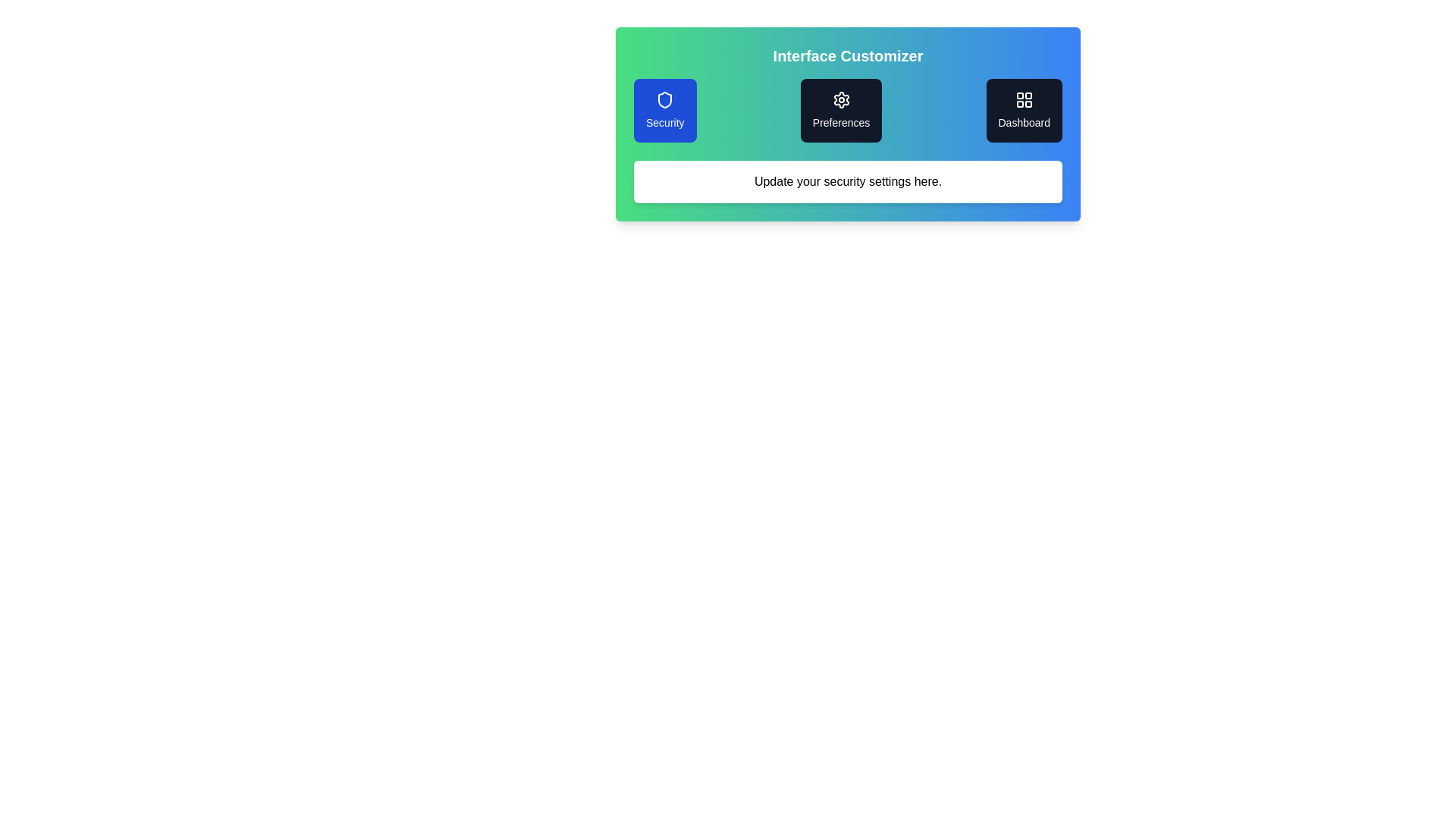 This screenshot has height=819, width=1456. What do you see at coordinates (840, 110) in the screenshot?
I see `the second button in the row of three, positioned between the 'Security' button and the 'Dashboard' button` at bounding box center [840, 110].